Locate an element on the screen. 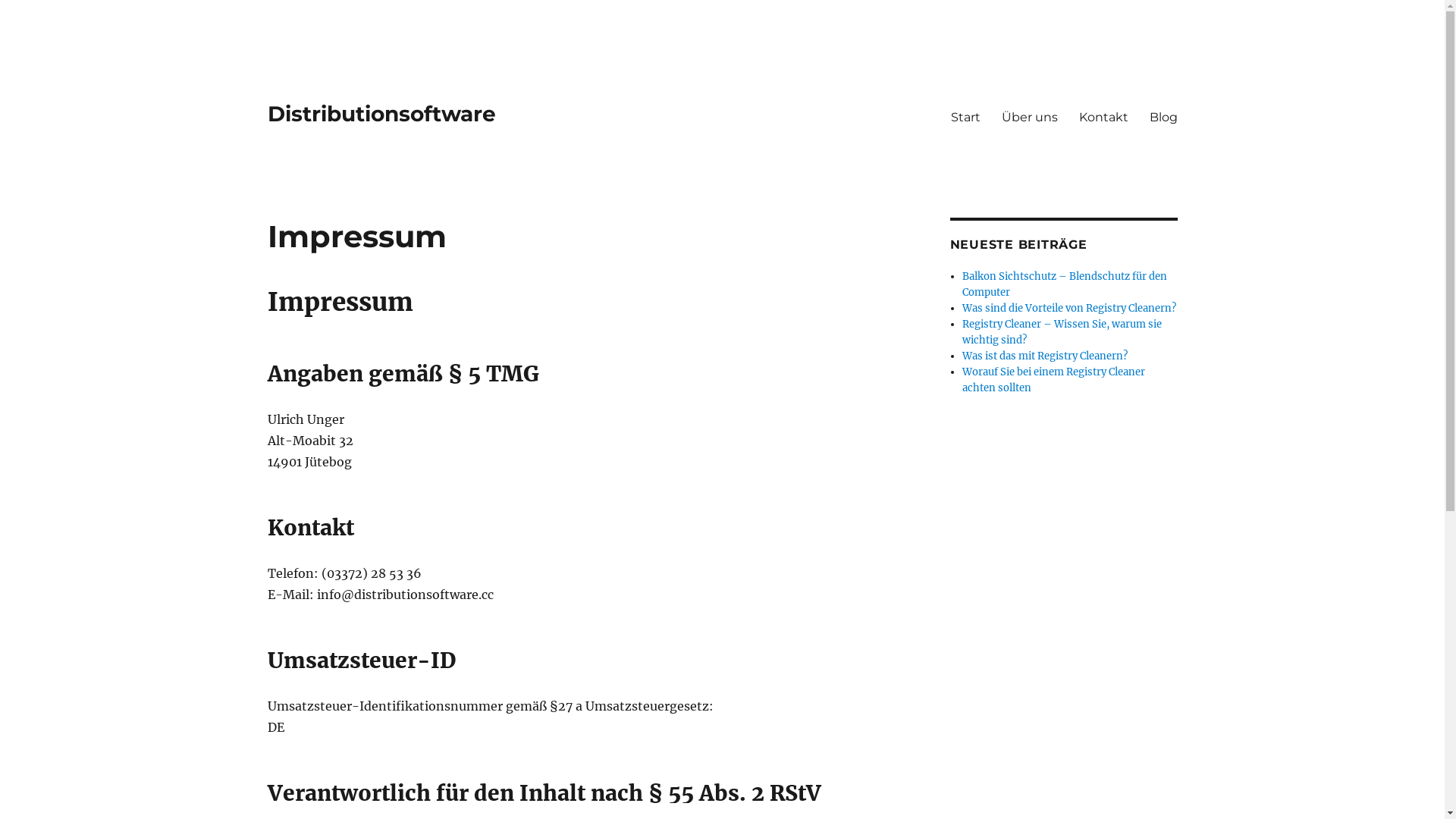 This screenshot has width=1456, height=819. 'Distributionsoftware' is located at coordinates (381, 113).